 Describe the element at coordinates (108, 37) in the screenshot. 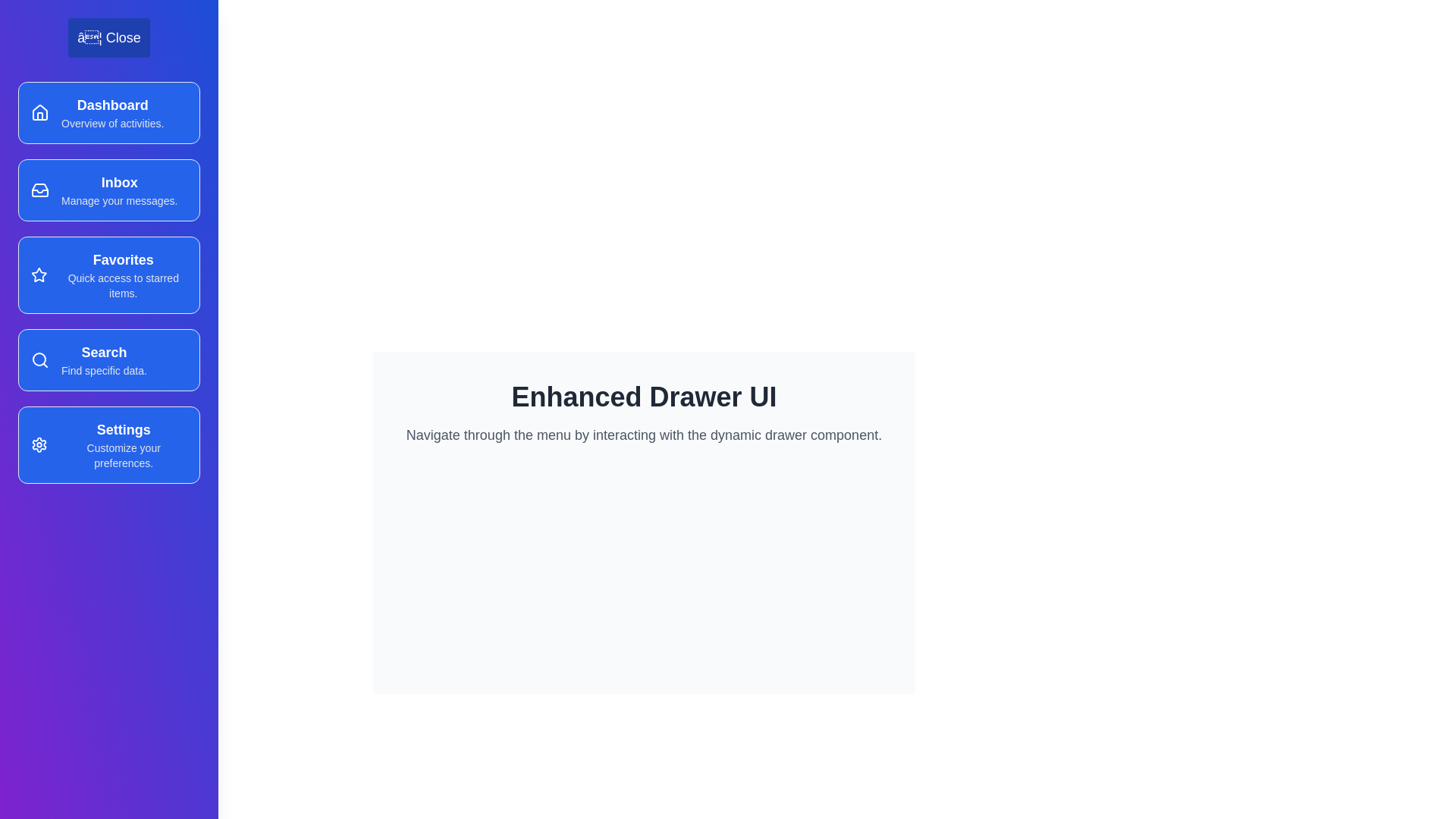

I see `the 'Close' button to toggle the drawer visibility` at that location.